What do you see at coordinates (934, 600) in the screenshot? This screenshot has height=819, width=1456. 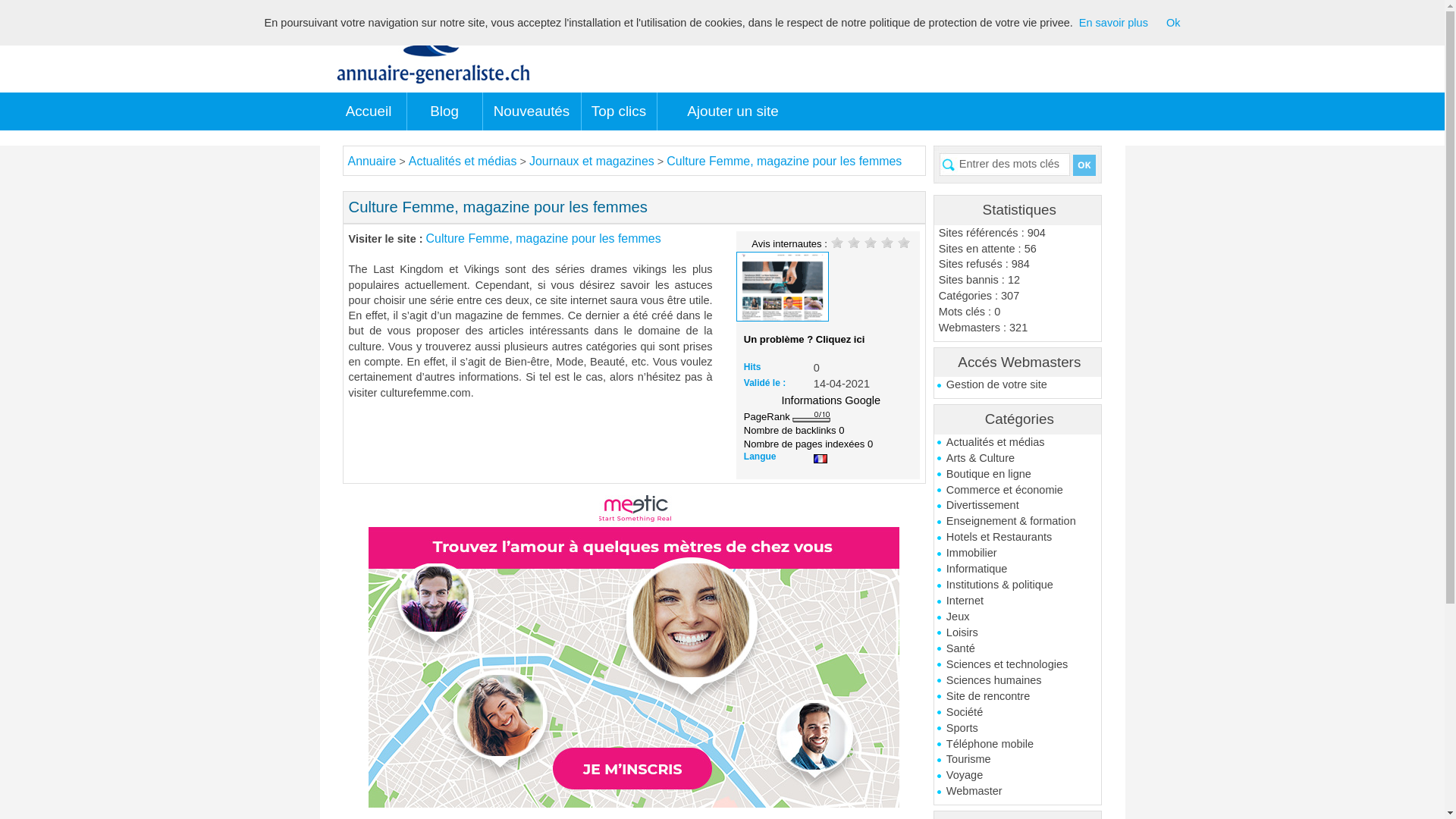 I see `'Internet'` at bounding box center [934, 600].